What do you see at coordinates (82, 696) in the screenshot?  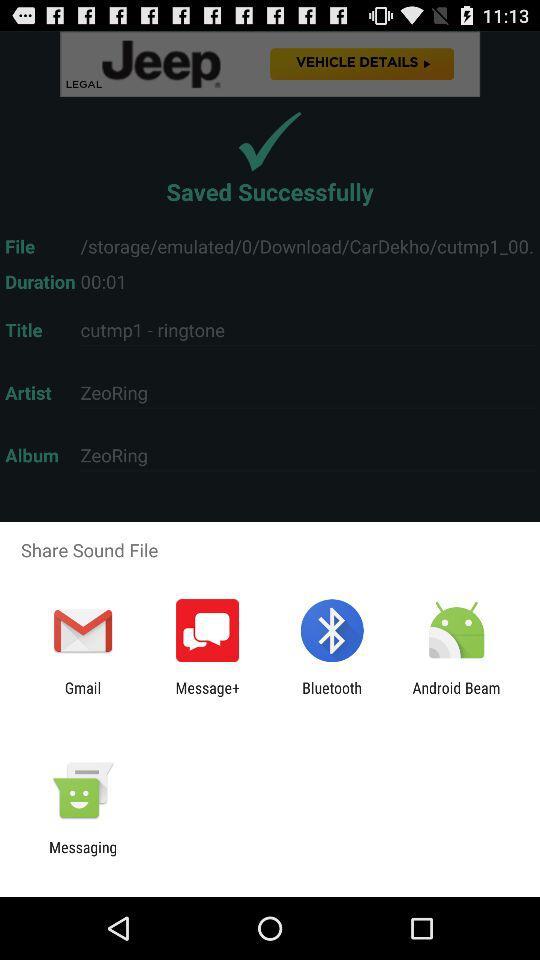 I see `gmail item` at bounding box center [82, 696].